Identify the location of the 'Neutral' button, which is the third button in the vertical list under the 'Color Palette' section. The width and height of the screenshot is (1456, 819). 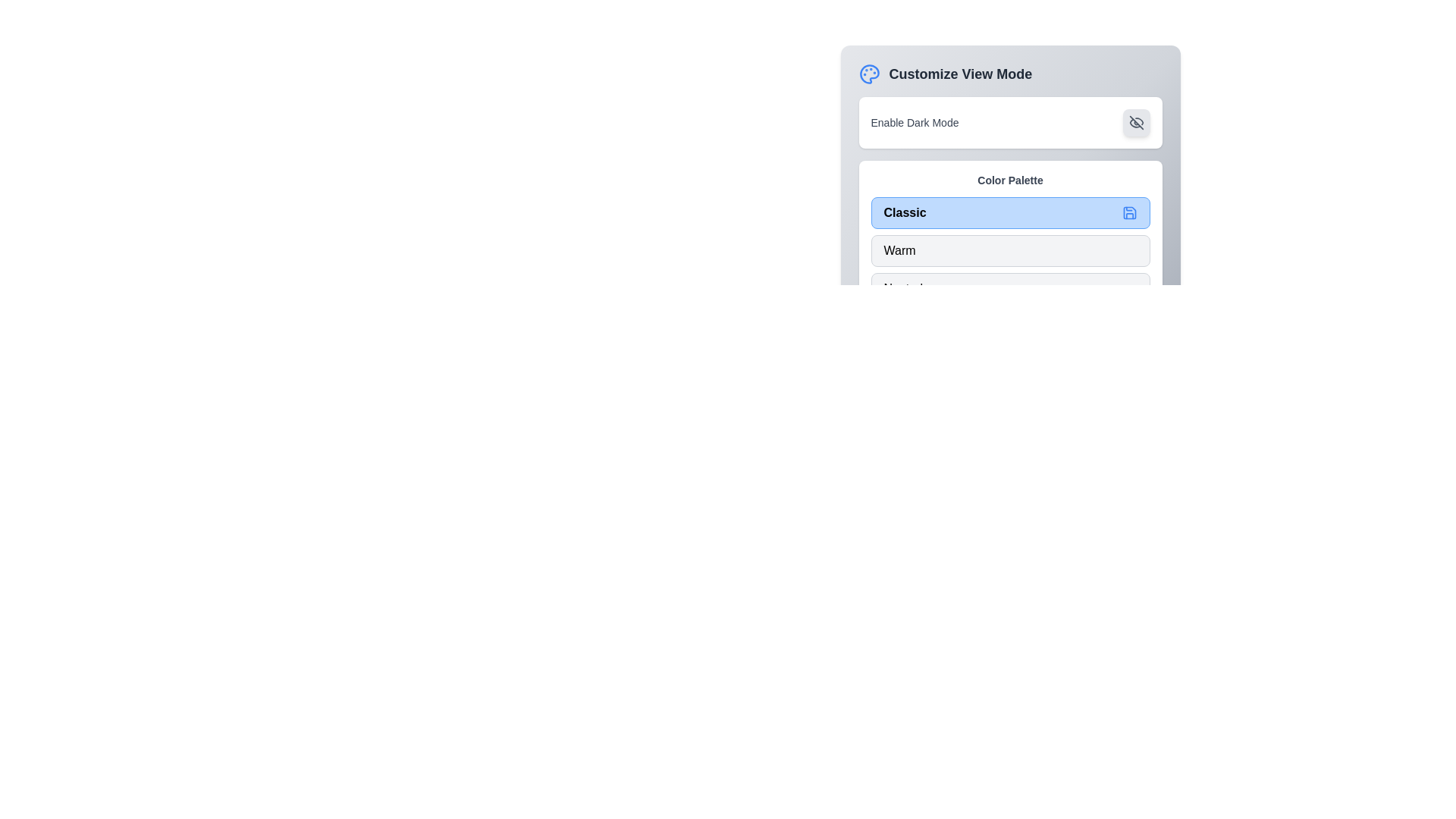
(1010, 289).